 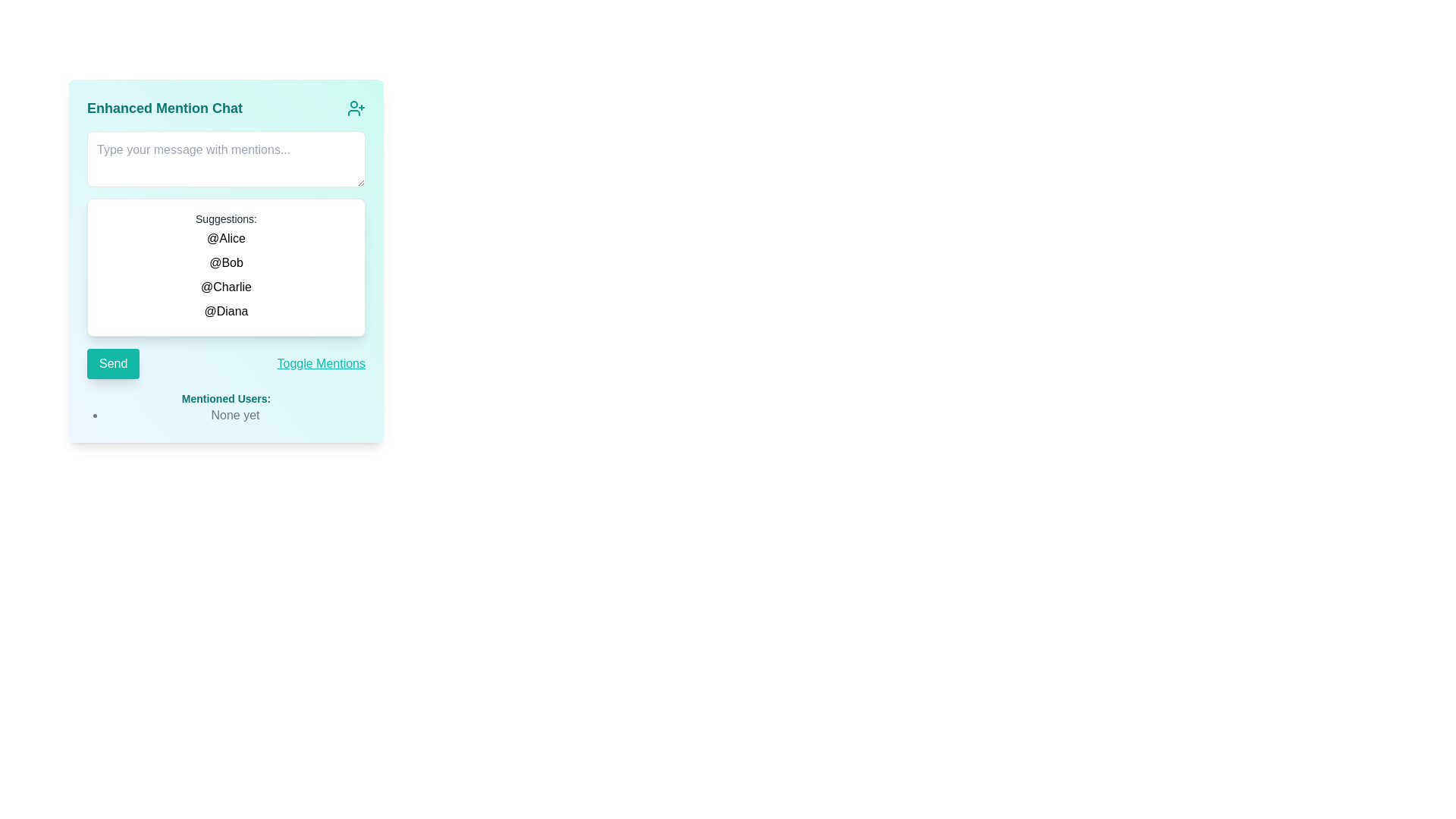 What do you see at coordinates (225, 158) in the screenshot?
I see `the text input field located directly below the title 'Enhanced Mention Chat', which allows users to type messages and supports mentions` at bounding box center [225, 158].